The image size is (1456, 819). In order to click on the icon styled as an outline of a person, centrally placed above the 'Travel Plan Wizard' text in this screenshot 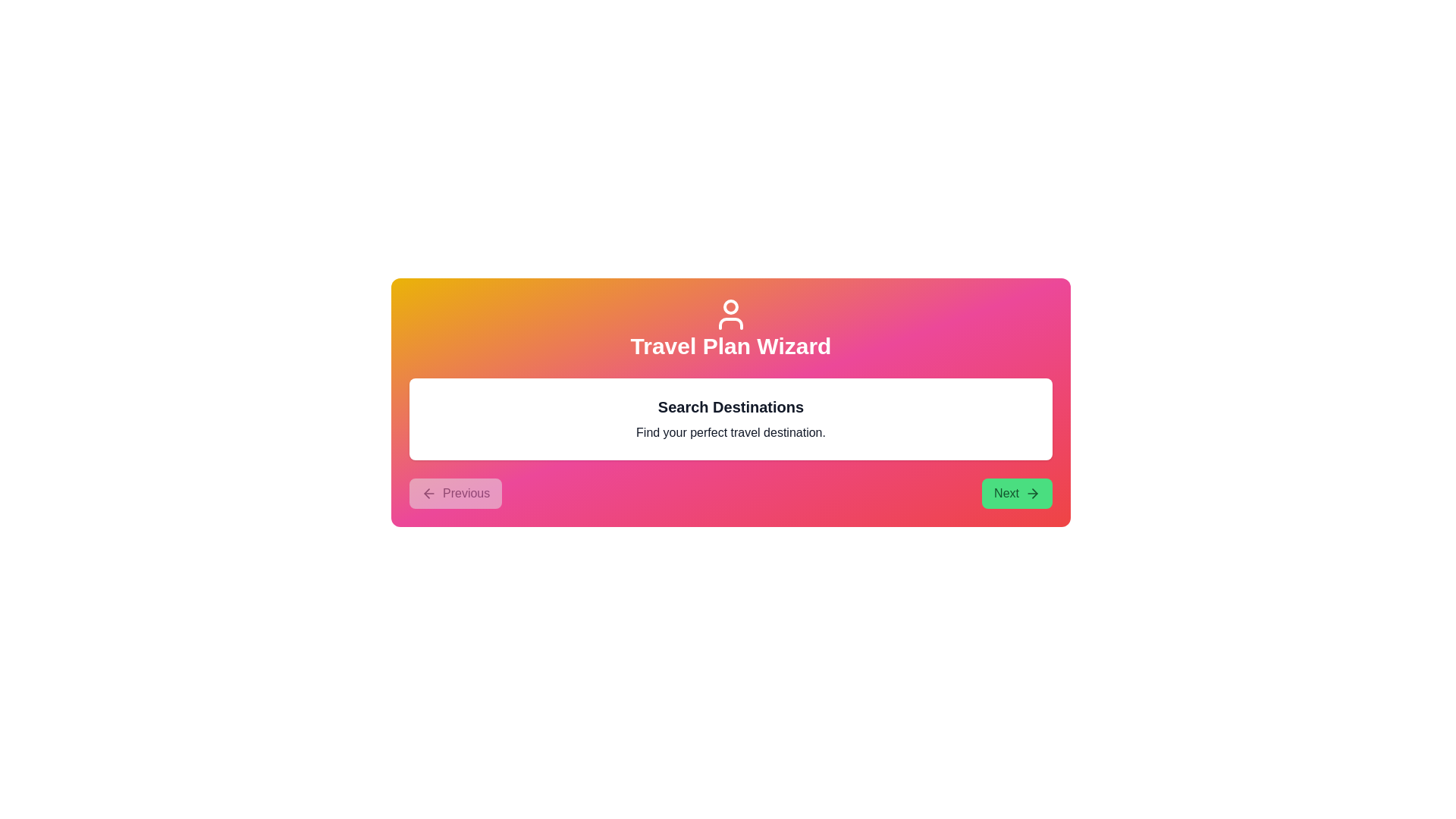, I will do `click(731, 314)`.